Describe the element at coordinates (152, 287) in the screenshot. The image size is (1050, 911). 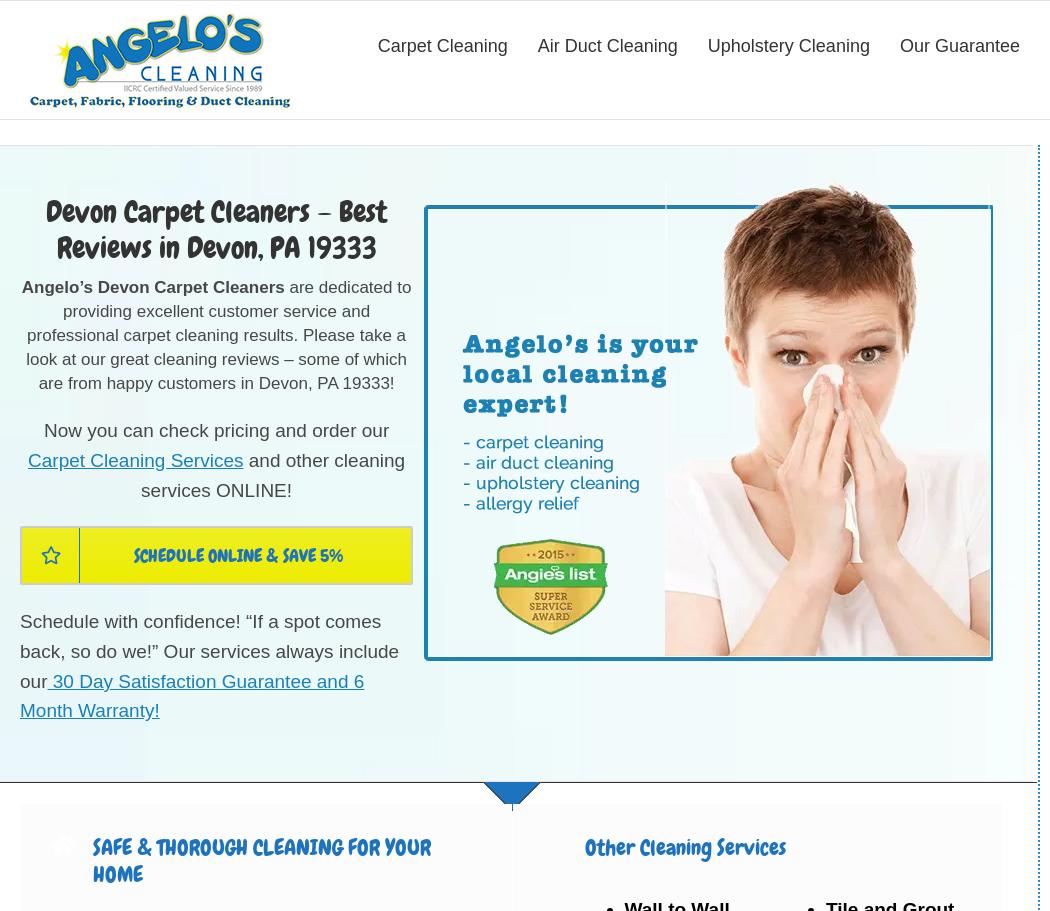
I see `'Angelo’s Devon Carpet Cleaners'` at that location.